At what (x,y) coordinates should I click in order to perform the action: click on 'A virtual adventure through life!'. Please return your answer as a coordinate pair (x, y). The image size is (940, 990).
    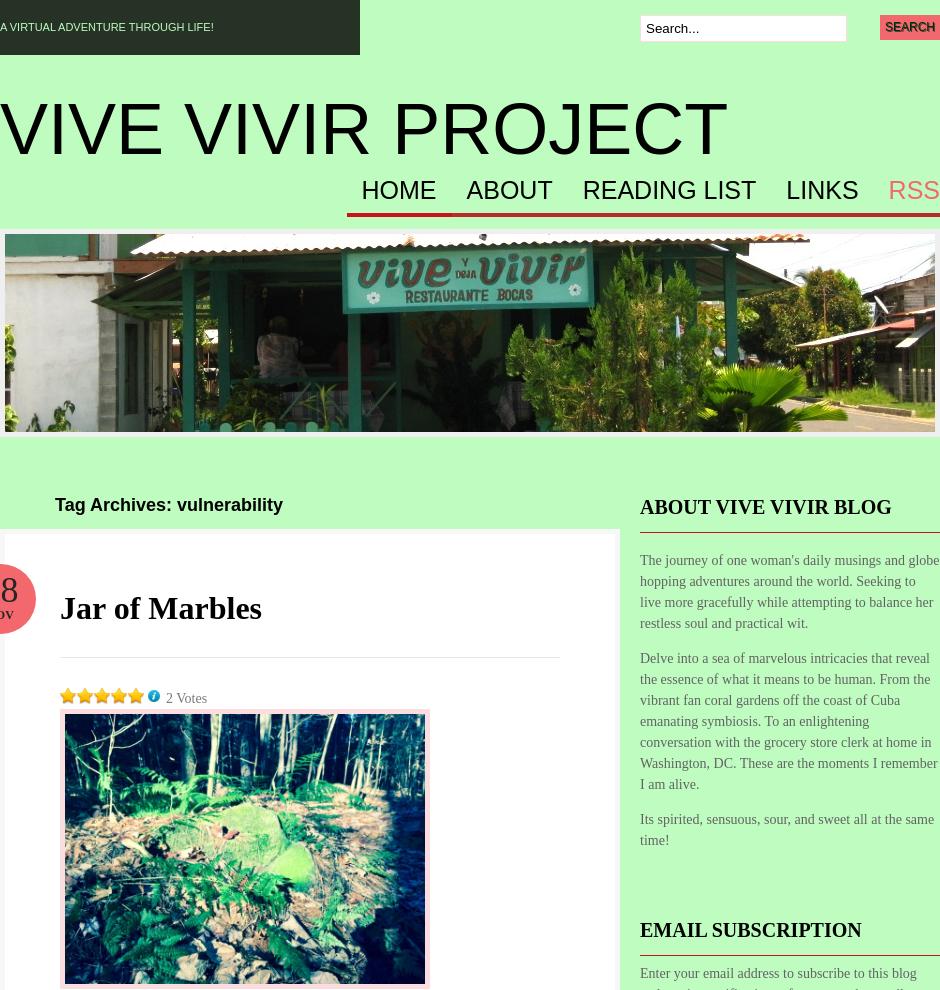
    Looking at the image, I should click on (106, 26).